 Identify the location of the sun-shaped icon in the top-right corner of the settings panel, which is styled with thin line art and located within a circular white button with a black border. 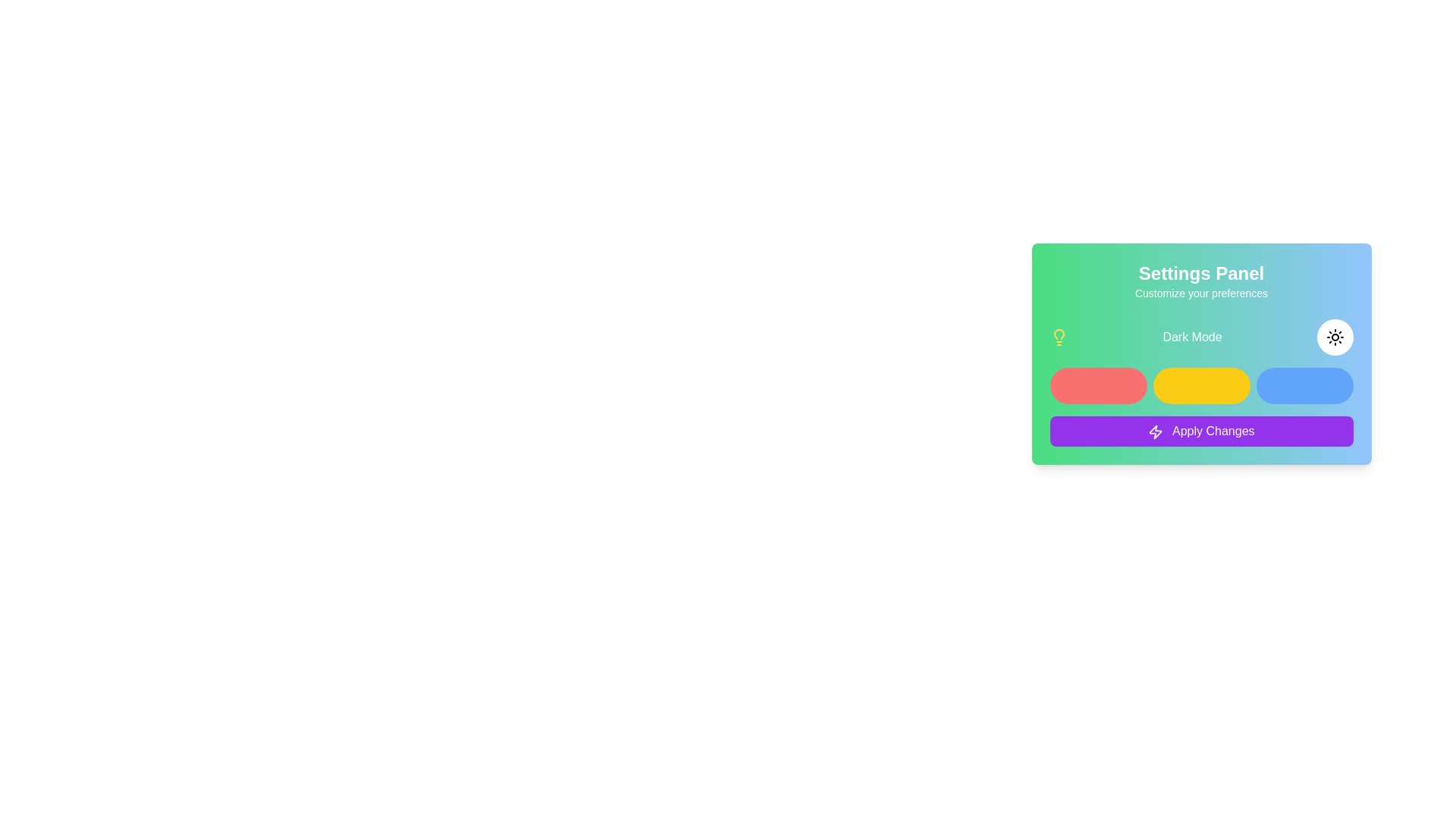
(1335, 336).